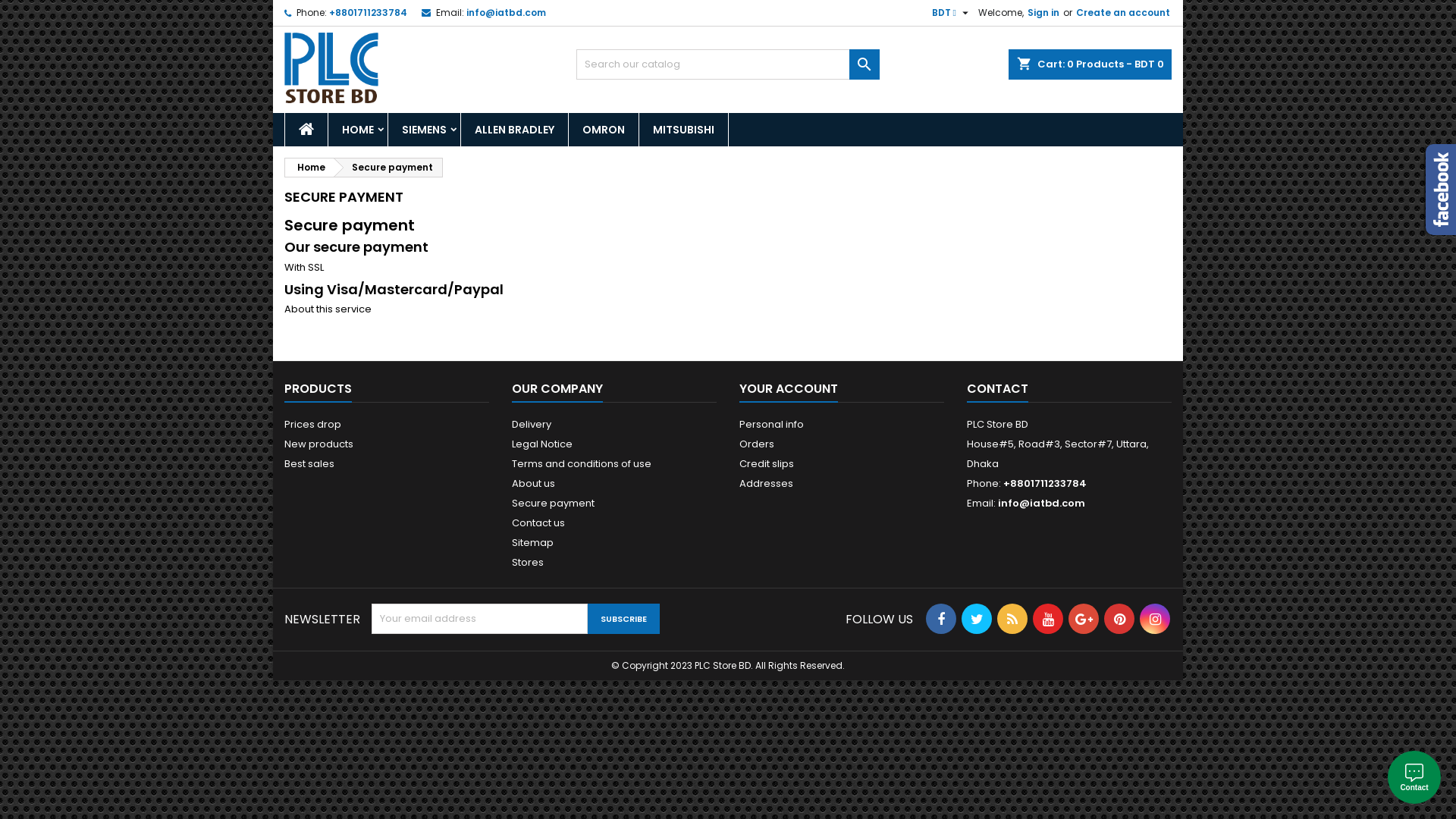 This screenshot has width=1456, height=819. I want to click on 'About us', so click(512, 483).